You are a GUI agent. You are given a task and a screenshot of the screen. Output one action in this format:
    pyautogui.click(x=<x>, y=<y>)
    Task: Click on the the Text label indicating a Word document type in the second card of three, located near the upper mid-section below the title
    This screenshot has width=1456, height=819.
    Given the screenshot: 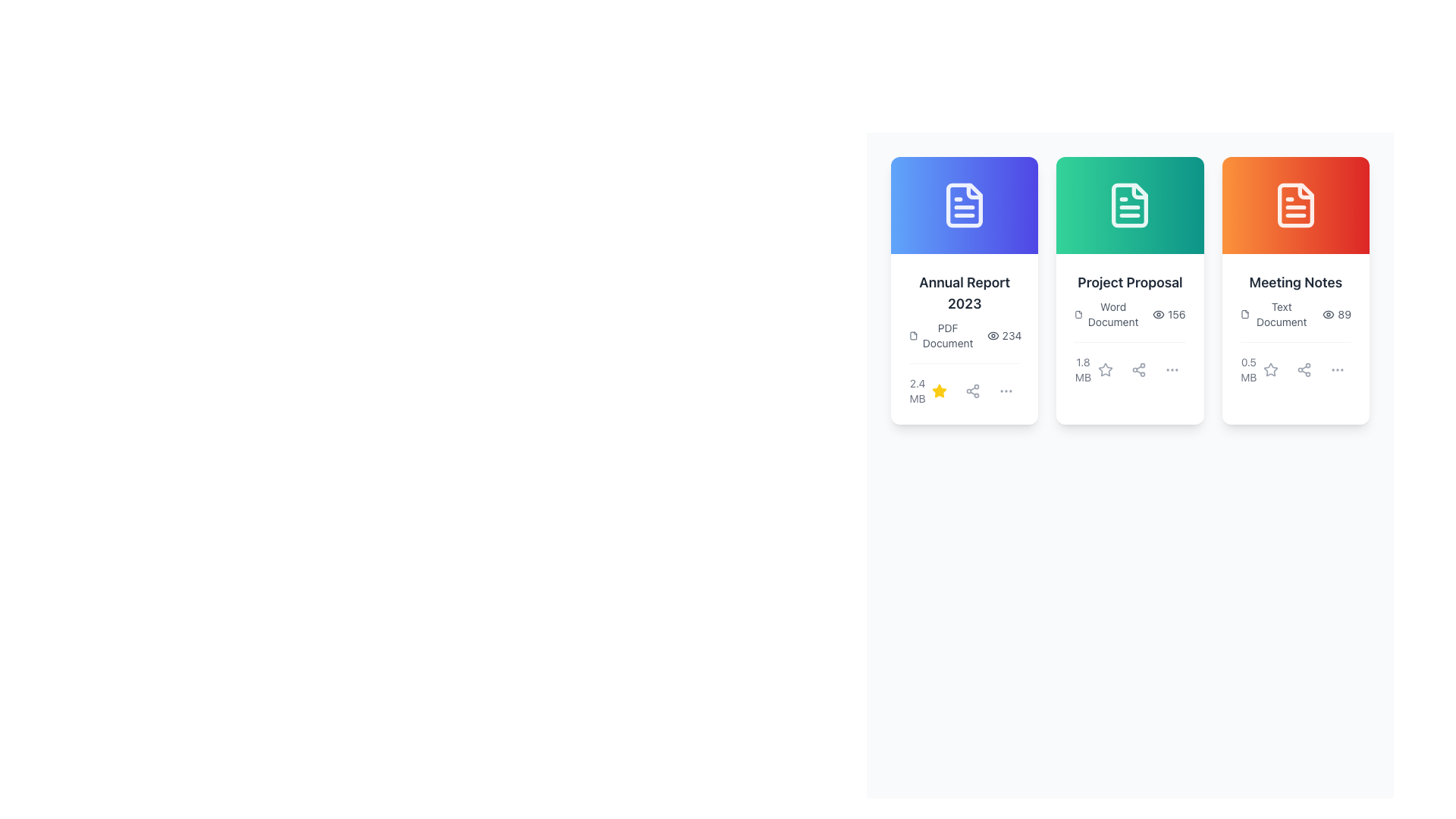 What is the action you would take?
    pyautogui.click(x=1107, y=314)
    